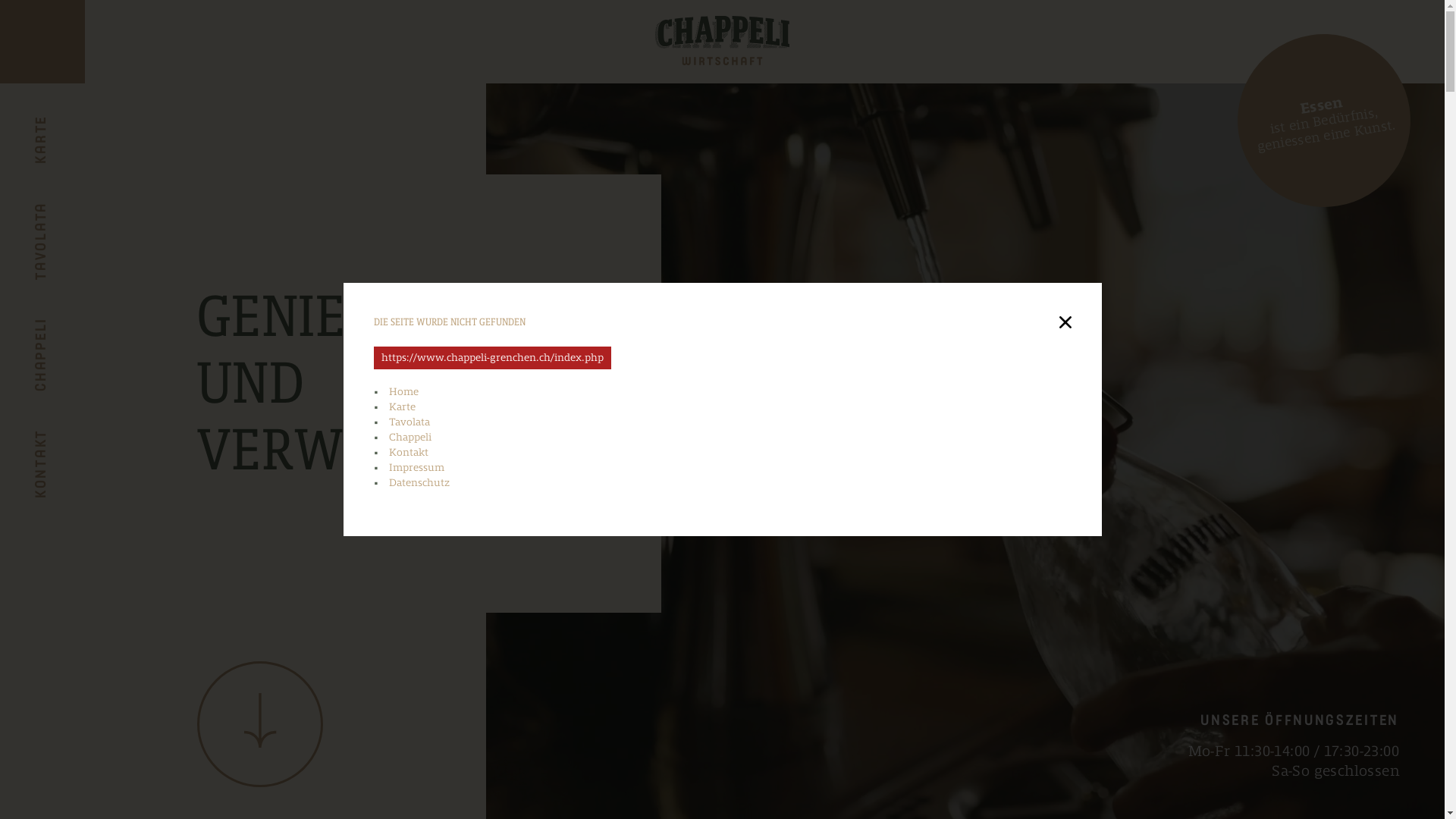 The height and width of the screenshot is (819, 1456). Describe the element at coordinates (67, 328) in the screenshot. I see `'CHAPPELI'` at that location.